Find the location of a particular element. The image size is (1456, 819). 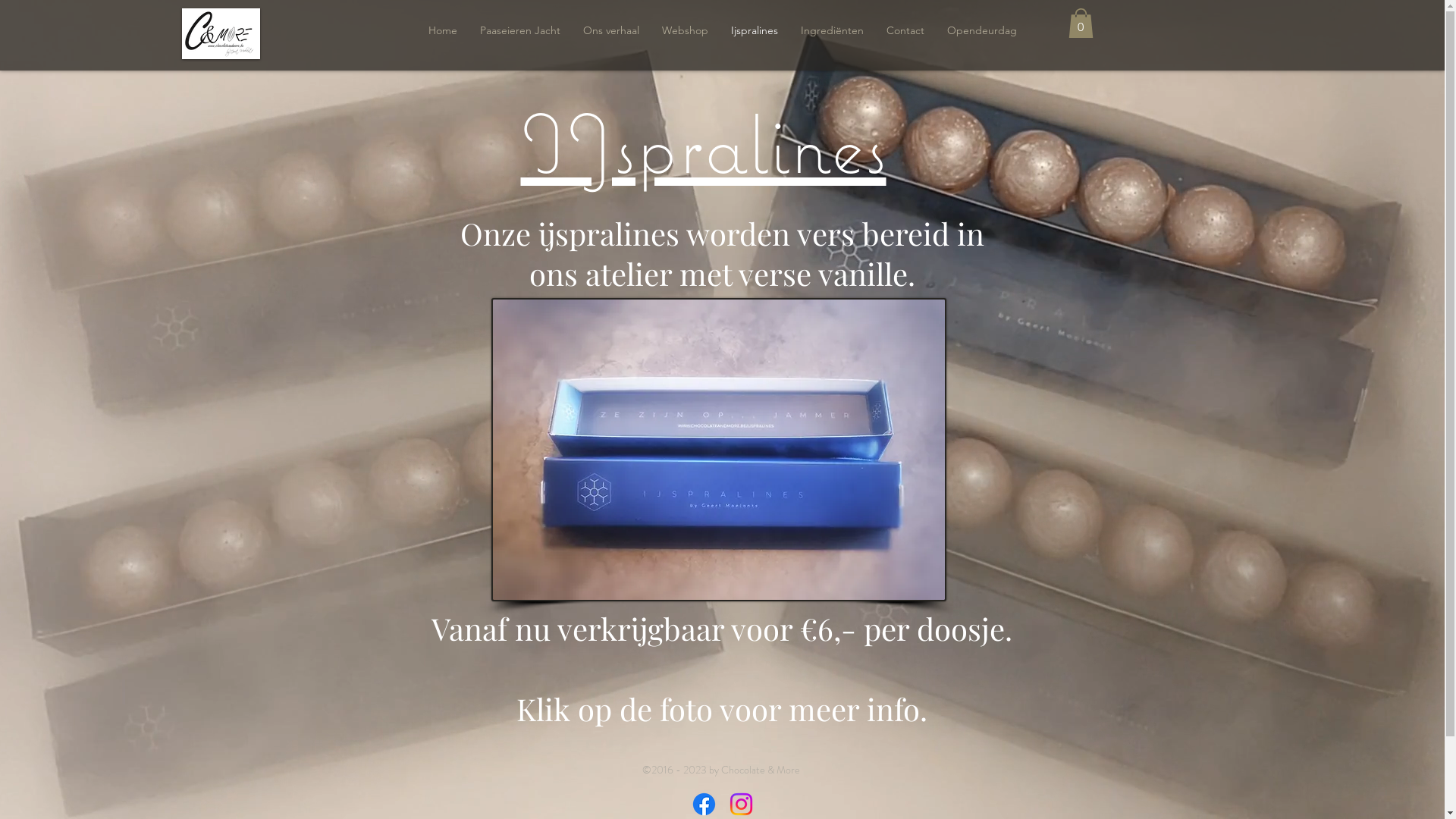

'Opendeurdag' is located at coordinates (934, 30).